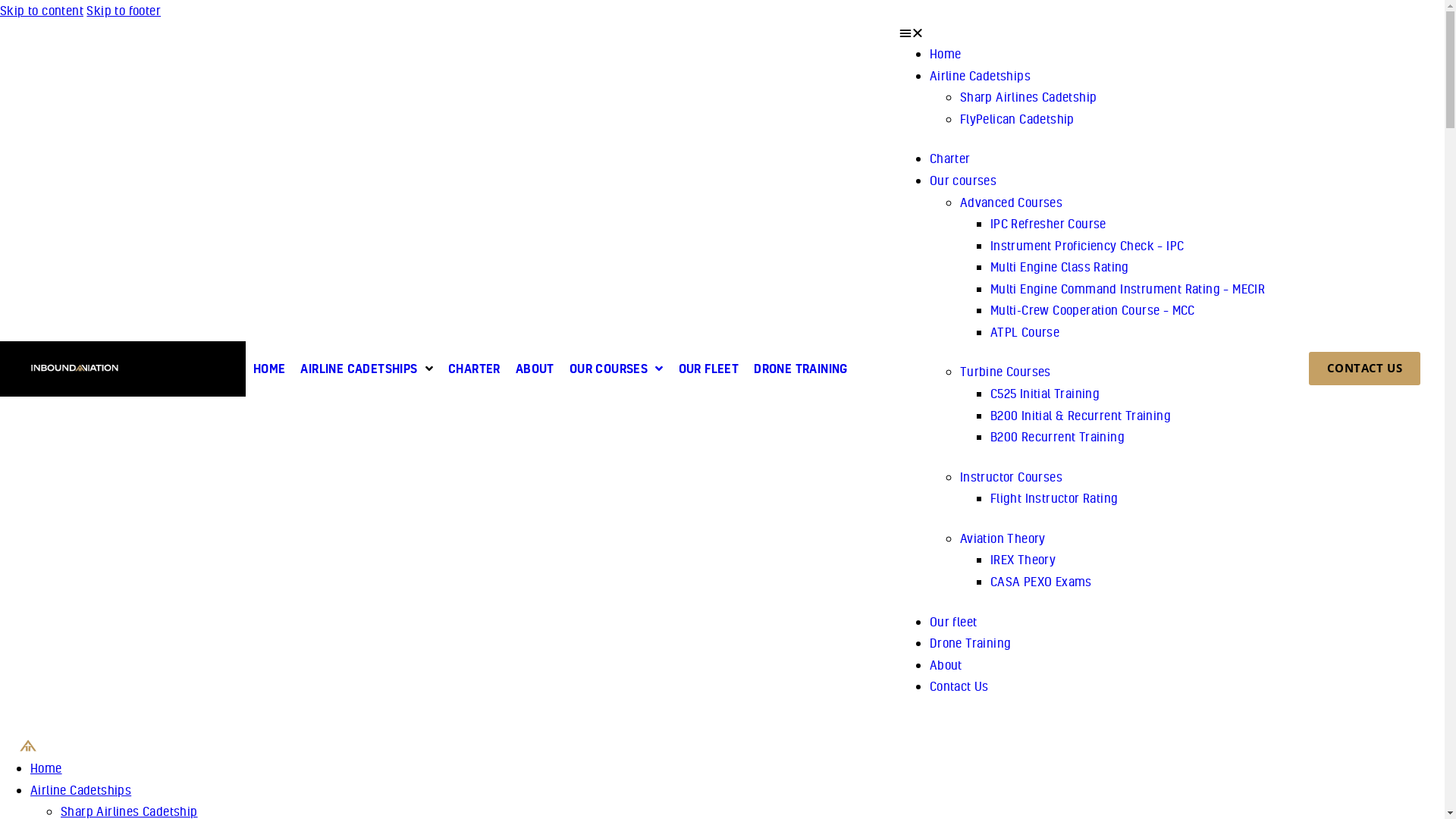  What do you see at coordinates (1056, 436) in the screenshot?
I see `'B200 Recurrent Training'` at bounding box center [1056, 436].